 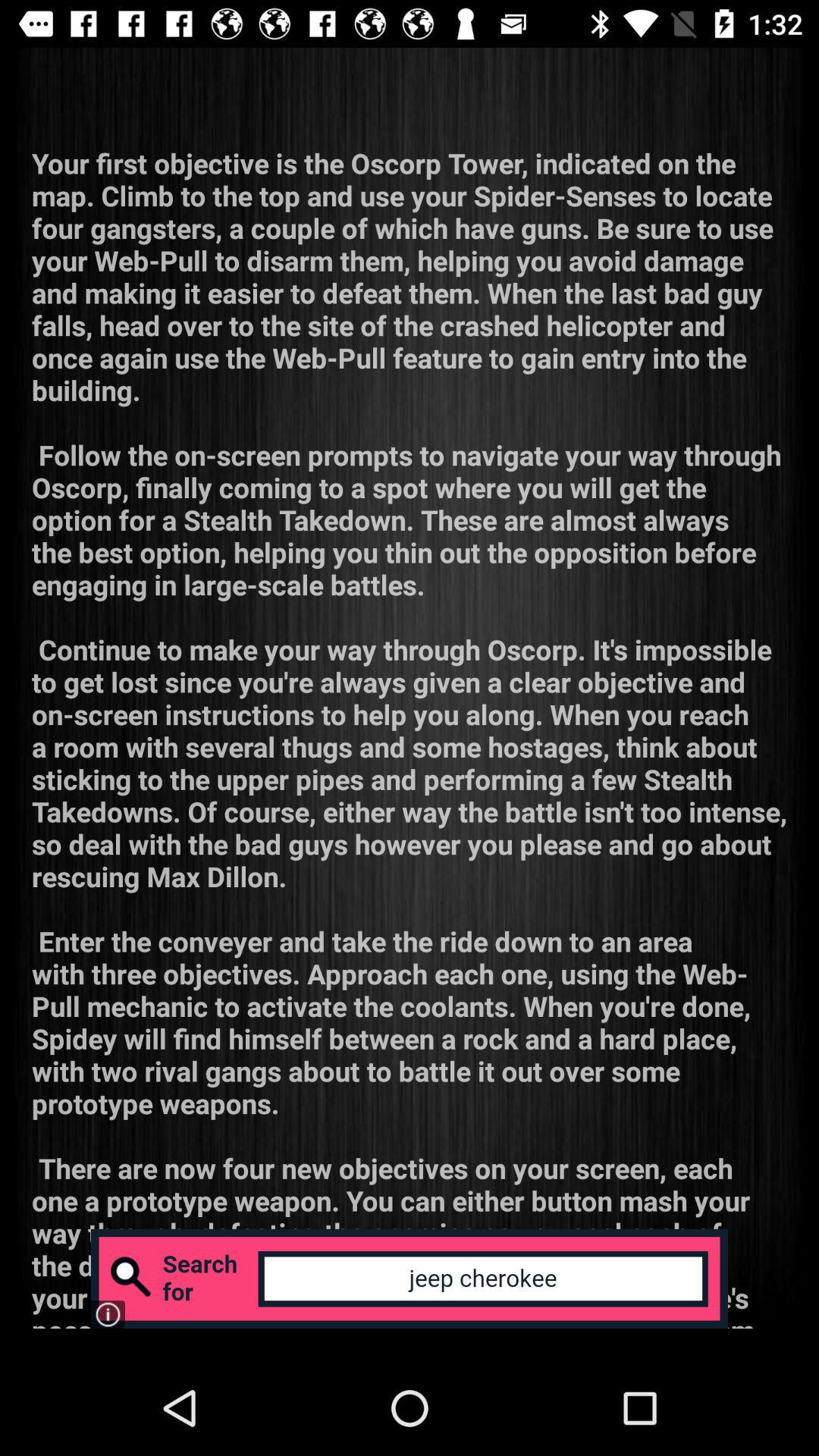 What do you see at coordinates (409, 1278) in the screenshot?
I see `search option` at bounding box center [409, 1278].